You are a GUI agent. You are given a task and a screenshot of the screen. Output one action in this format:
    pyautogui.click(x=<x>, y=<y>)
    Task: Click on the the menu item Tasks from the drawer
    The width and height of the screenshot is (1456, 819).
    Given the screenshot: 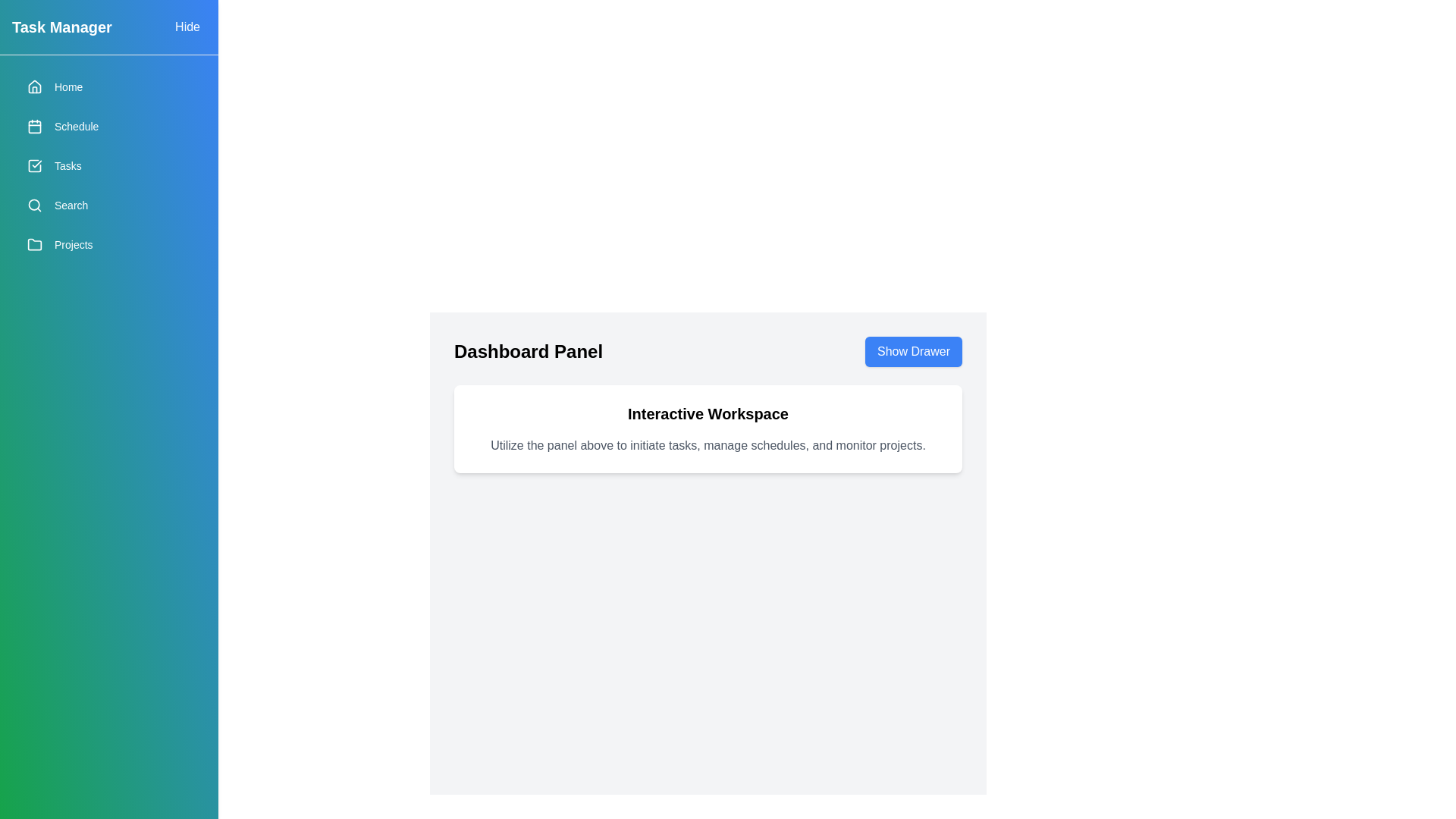 What is the action you would take?
    pyautogui.click(x=108, y=166)
    